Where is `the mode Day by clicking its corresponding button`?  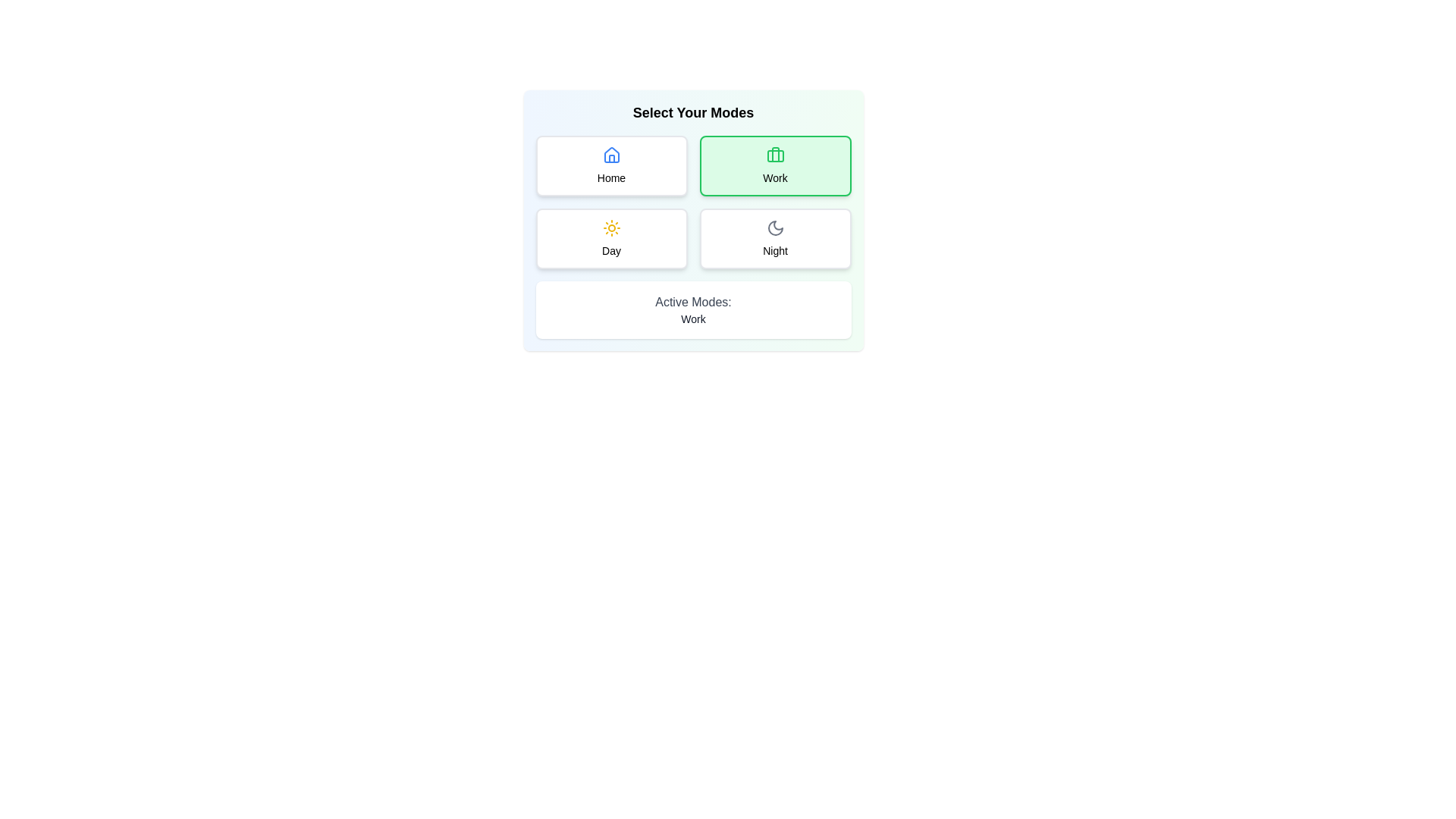 the mode Day by clicking its corresponding button is located at coordinates (611, 239).